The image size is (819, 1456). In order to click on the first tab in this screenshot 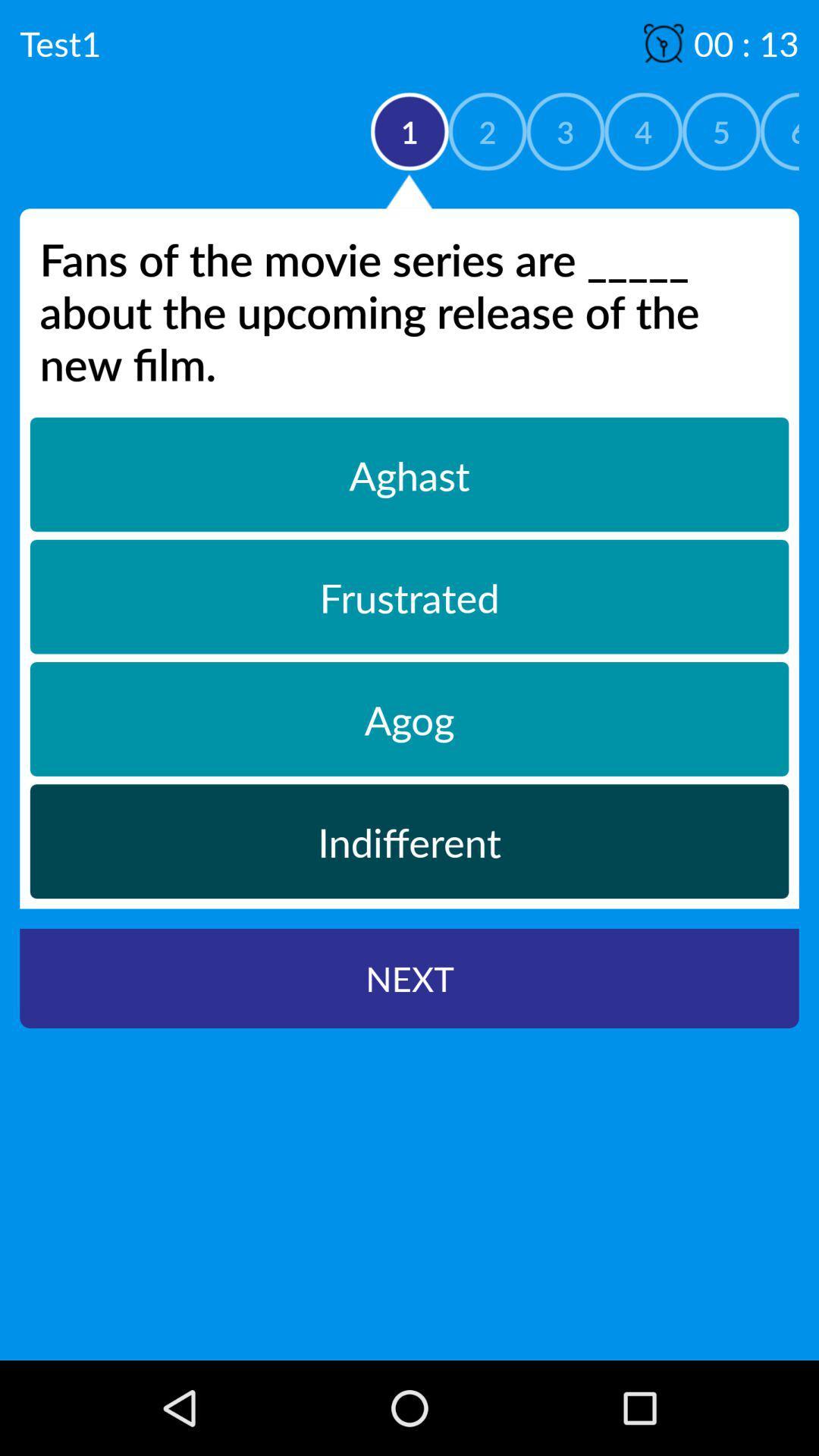, I will do `click(409, 473)`.